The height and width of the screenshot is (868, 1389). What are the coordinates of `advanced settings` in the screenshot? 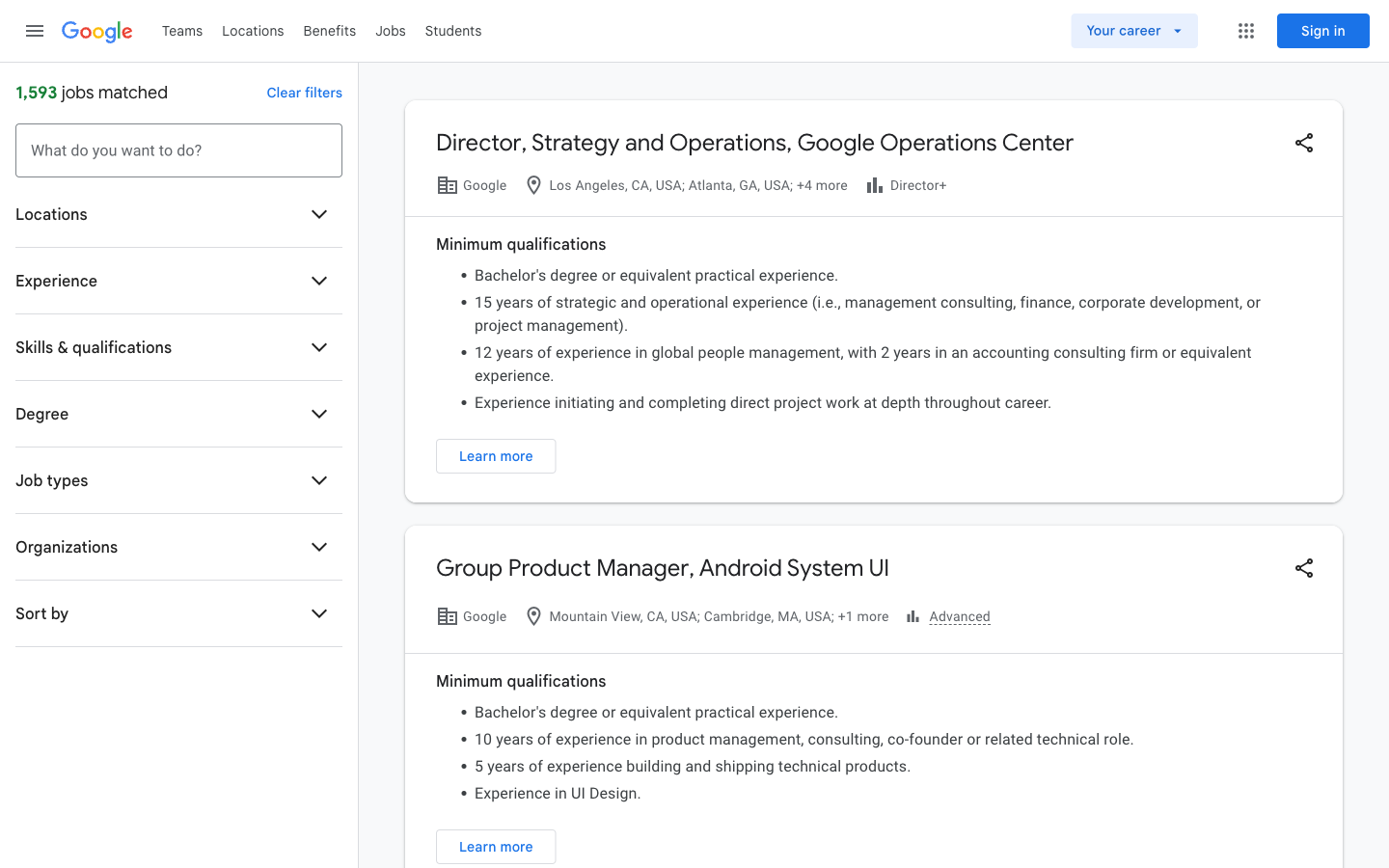 It's located at (946, 616).